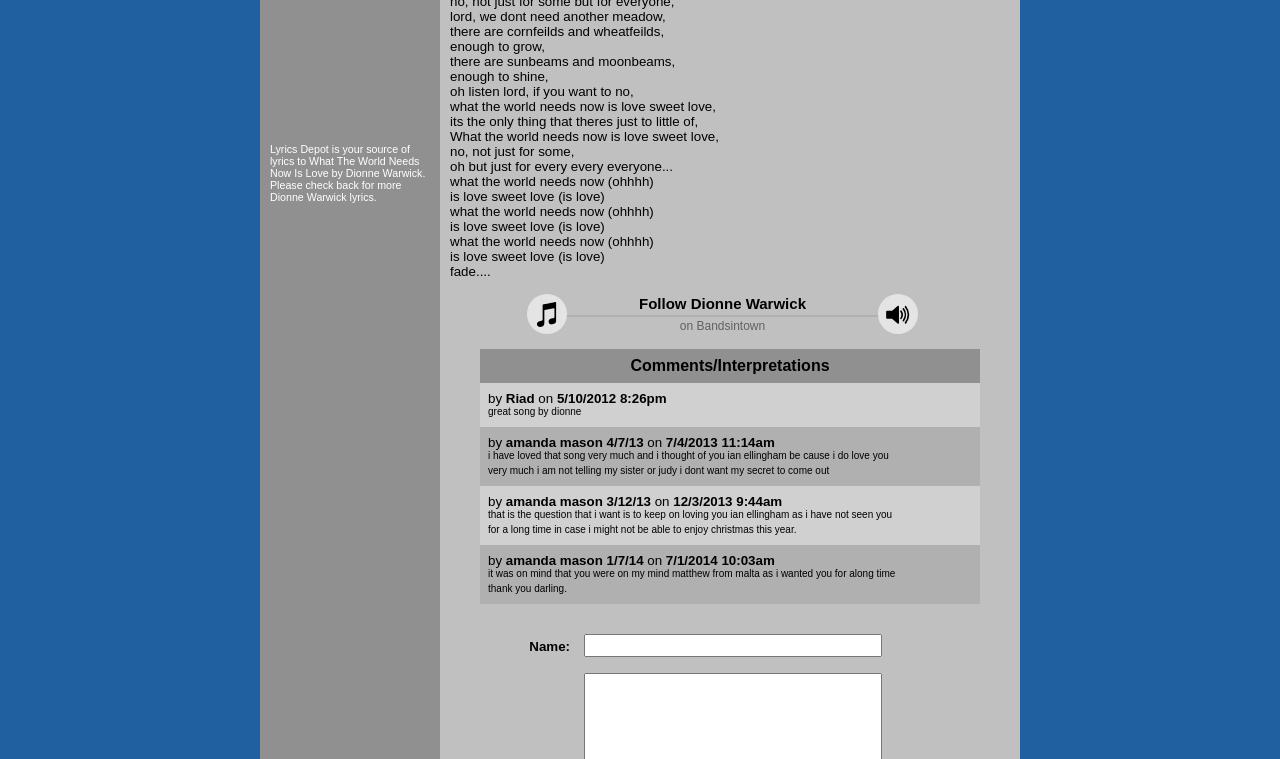 This screenshot has height=759, width=1280. What do you see at coordinates (561, 60) in the screenshot?
I see `'there are sunbeams and moonbeams,'` at bounding box center [561, 60].